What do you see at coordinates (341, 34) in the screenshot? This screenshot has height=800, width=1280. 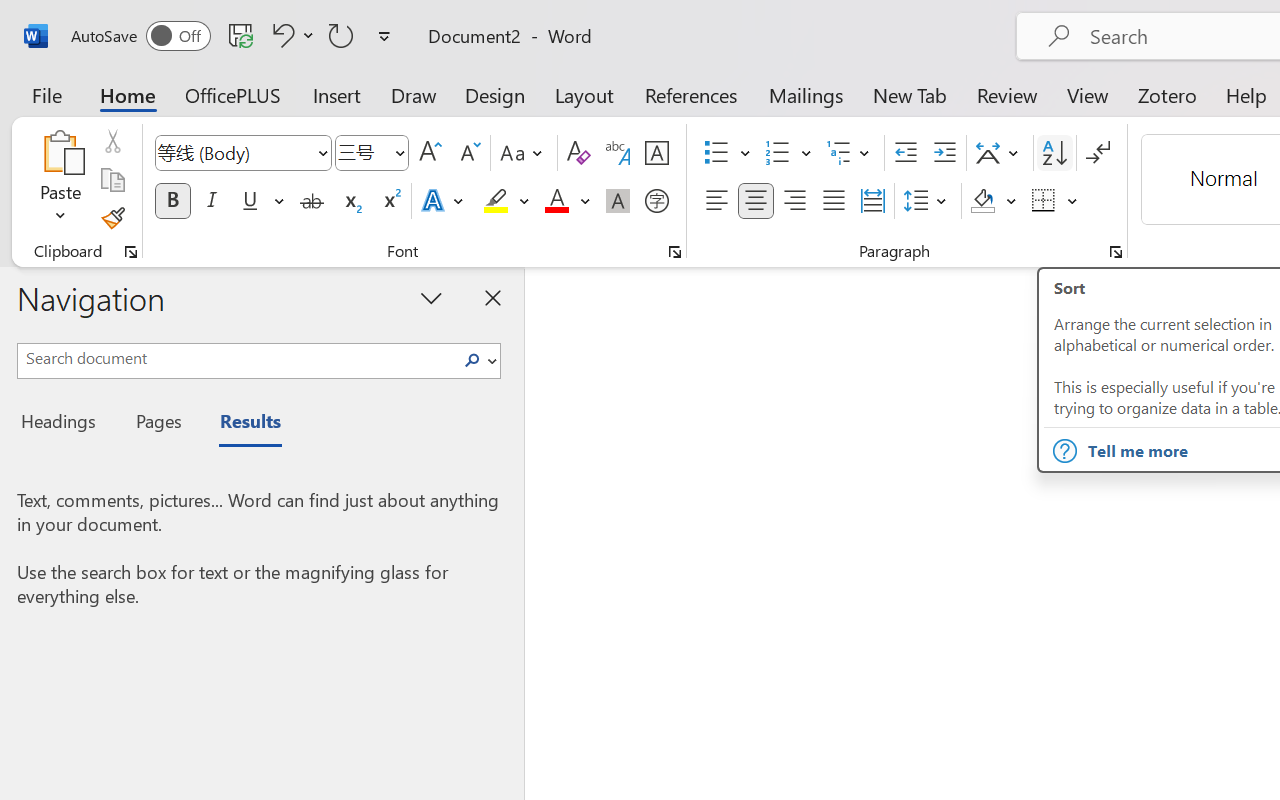 I see `'Repeat Doc Close'` at bounding box center [341, 34].